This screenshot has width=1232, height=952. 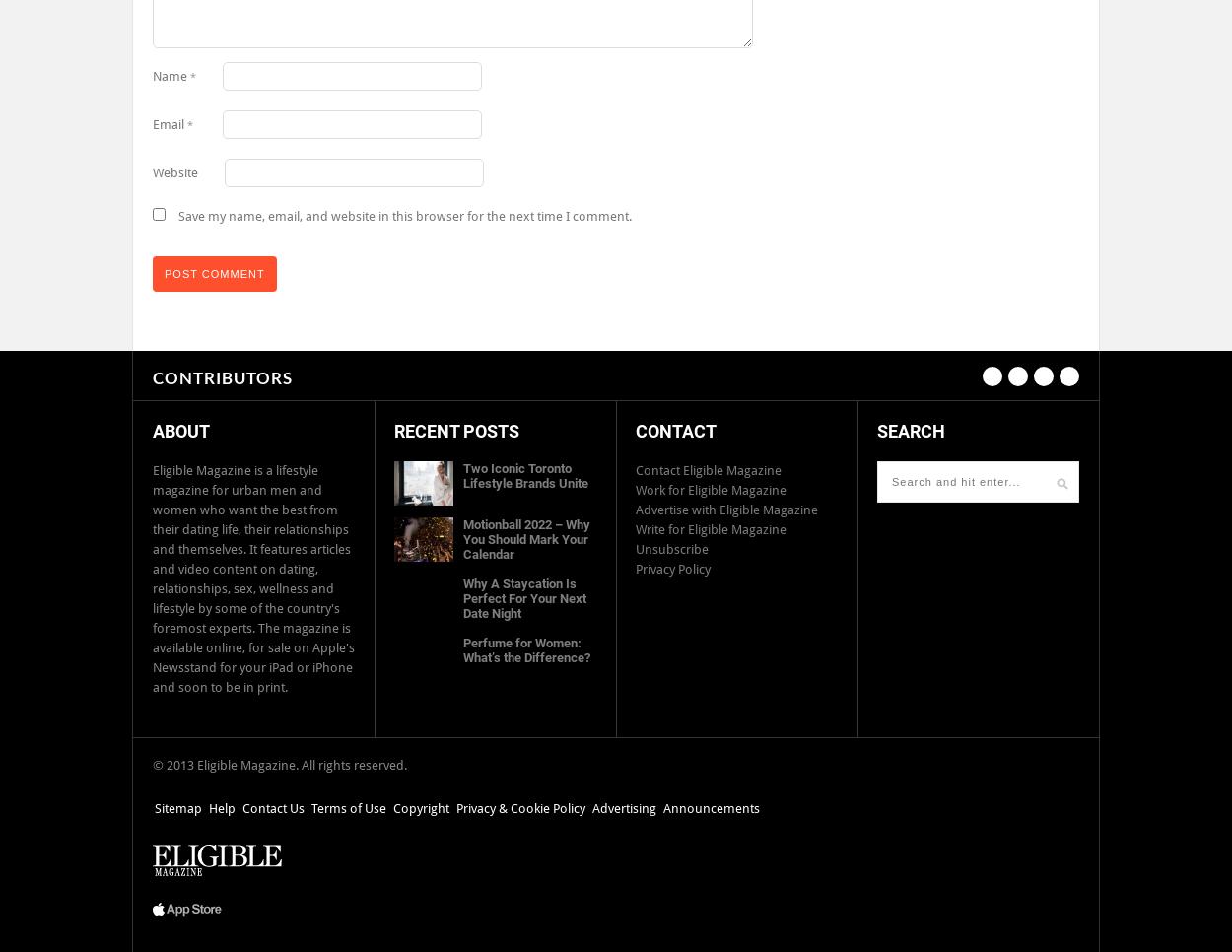 I want to click on 'Contact', so click(x=676, y=430).